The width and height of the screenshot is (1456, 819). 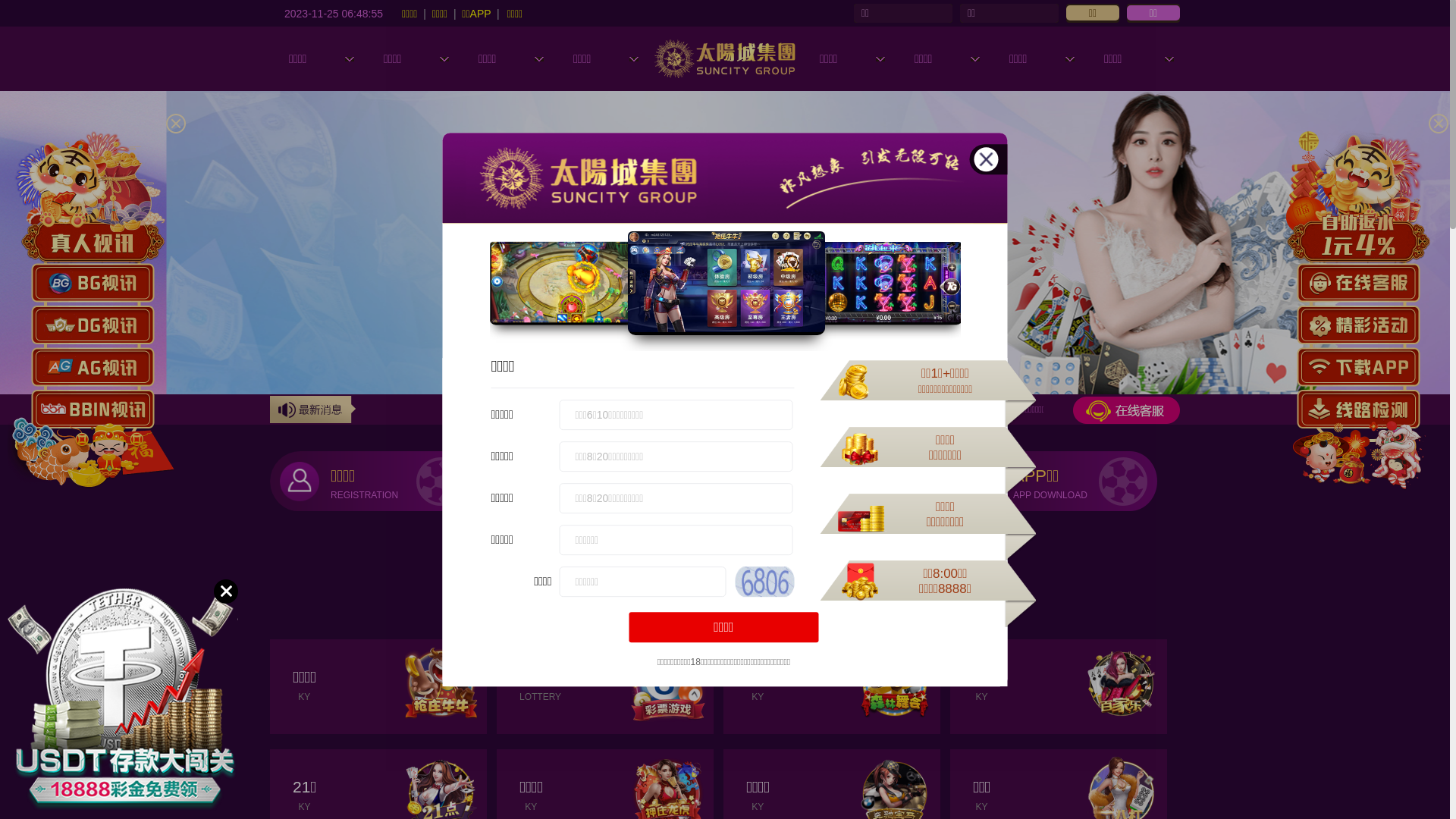 I want to click on '2023-11-25 06:48:53', so click(x=333, y=12).